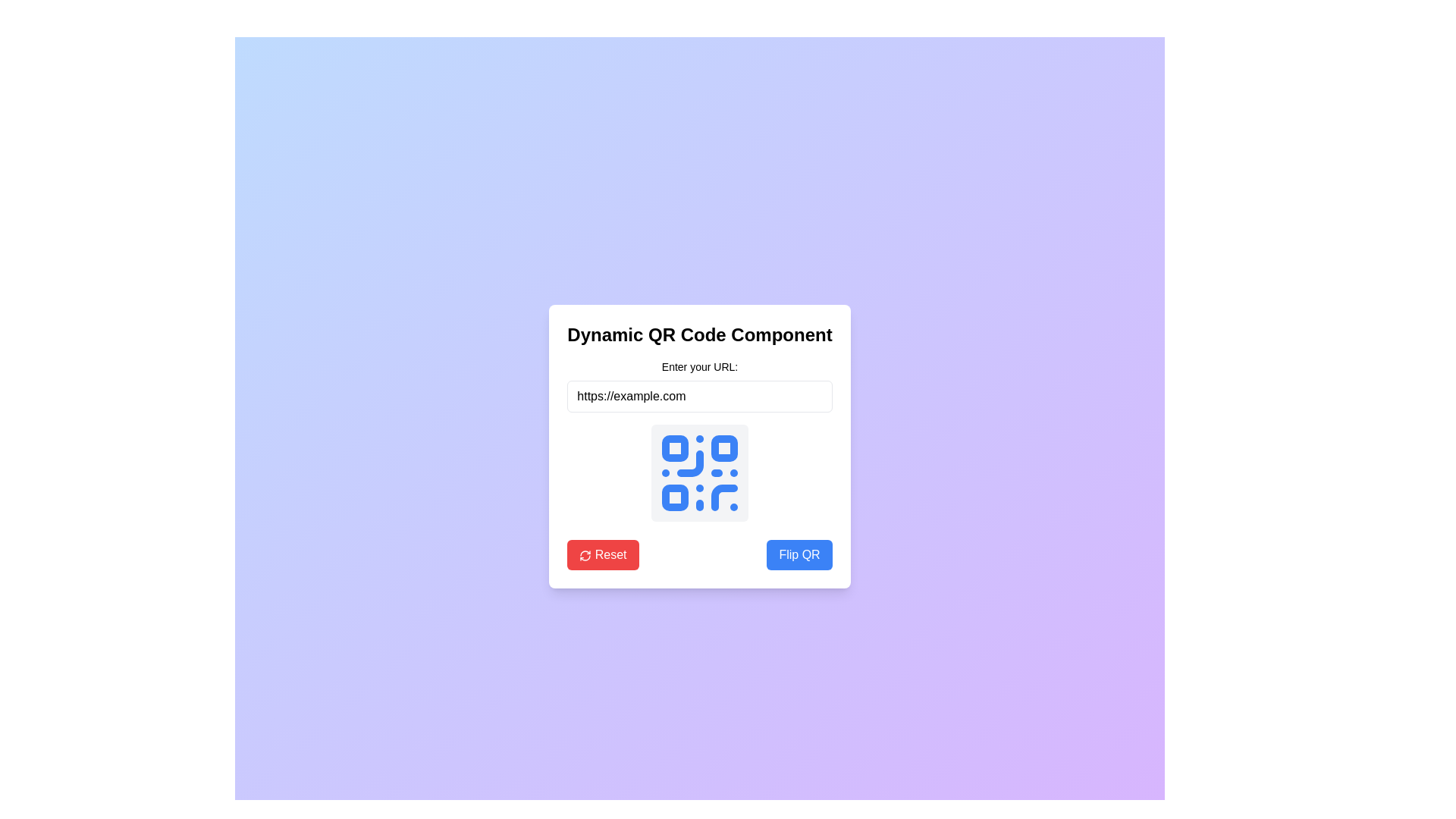 This screenshot has width=1456, height=819. Describe the element at coordinates (799, 555) in the screenshot. I see `the button for flipping the QR code display, which is located to the right of the red 'Reset' button in the card footer section` at that location.